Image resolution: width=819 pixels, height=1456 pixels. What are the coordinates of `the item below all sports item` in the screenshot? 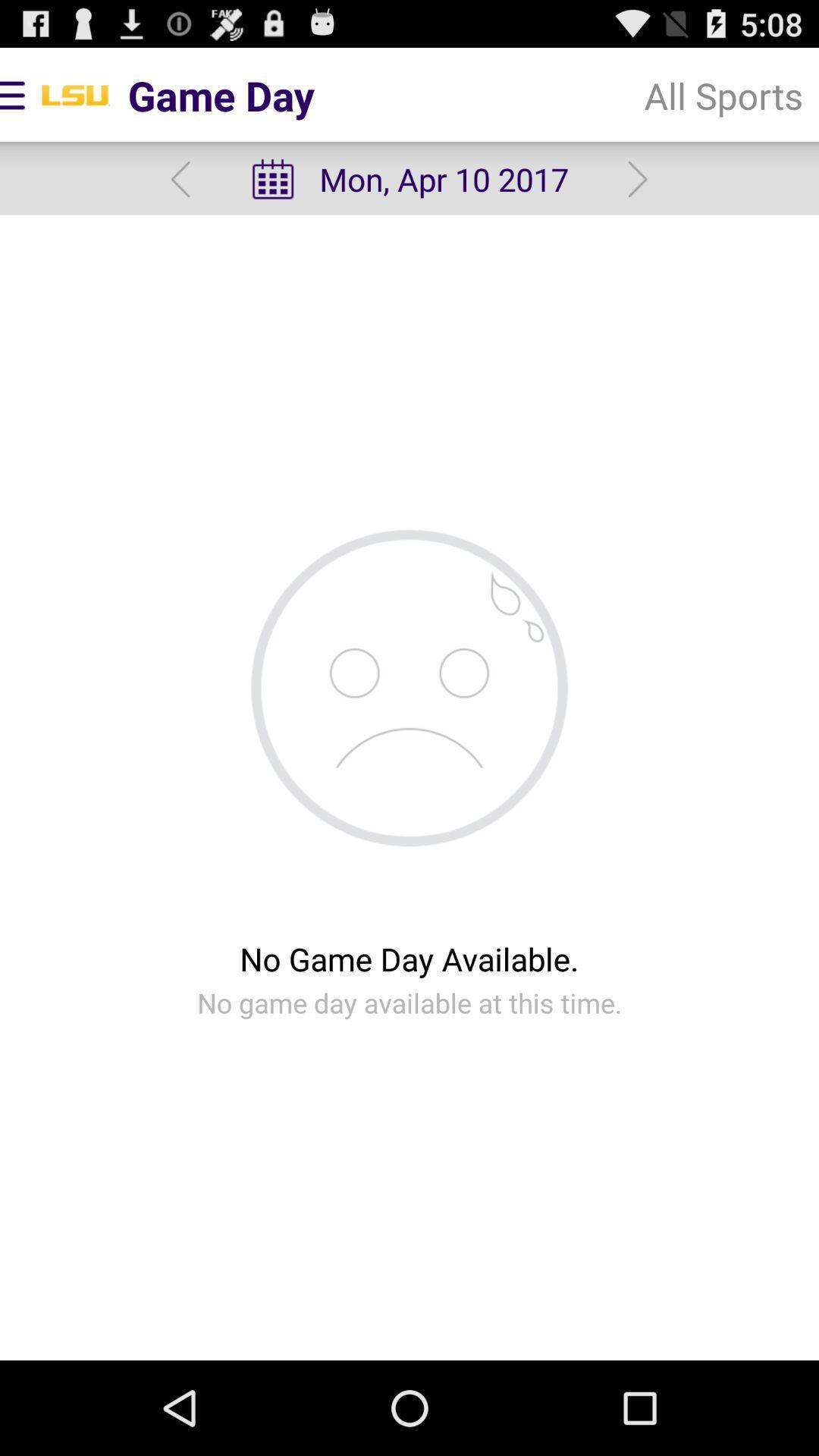 It's located at (638, 179).